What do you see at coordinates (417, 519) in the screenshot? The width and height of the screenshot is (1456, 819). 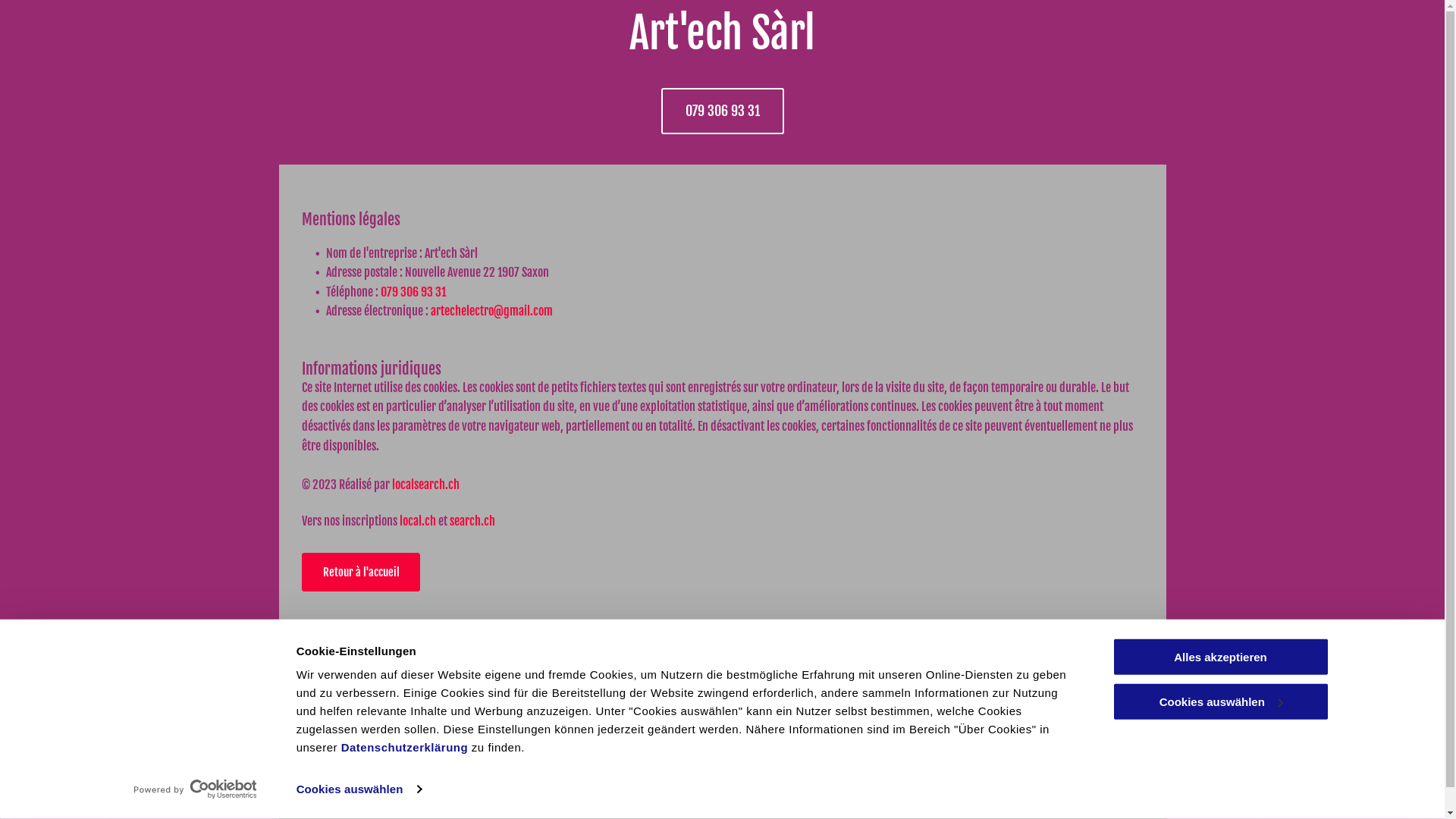 I see `'local.ch'` at bounding box center [417, 519].